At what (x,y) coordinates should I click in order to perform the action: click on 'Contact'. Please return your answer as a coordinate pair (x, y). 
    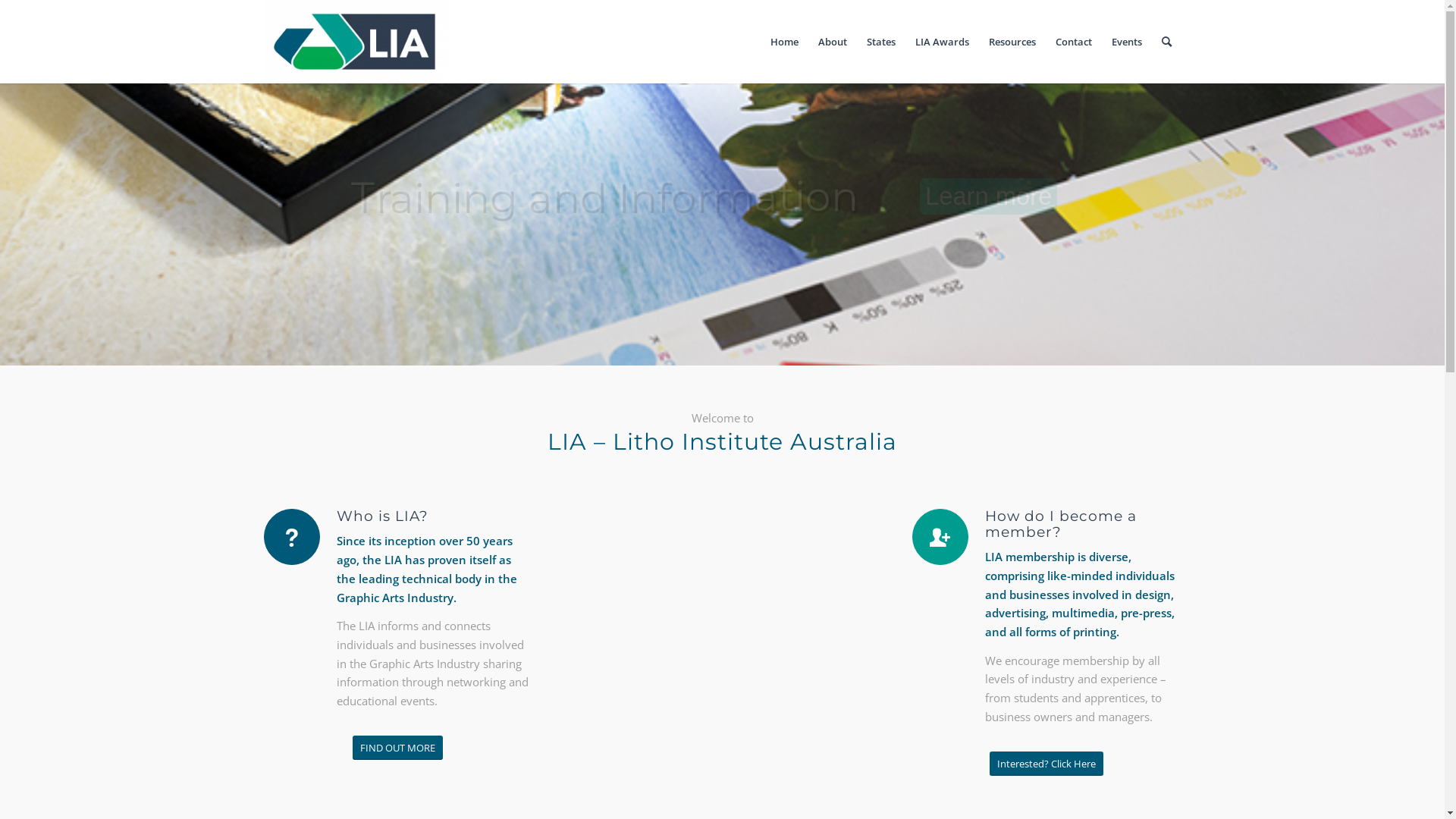
    Looking at the image, I should click on (1072, 40).